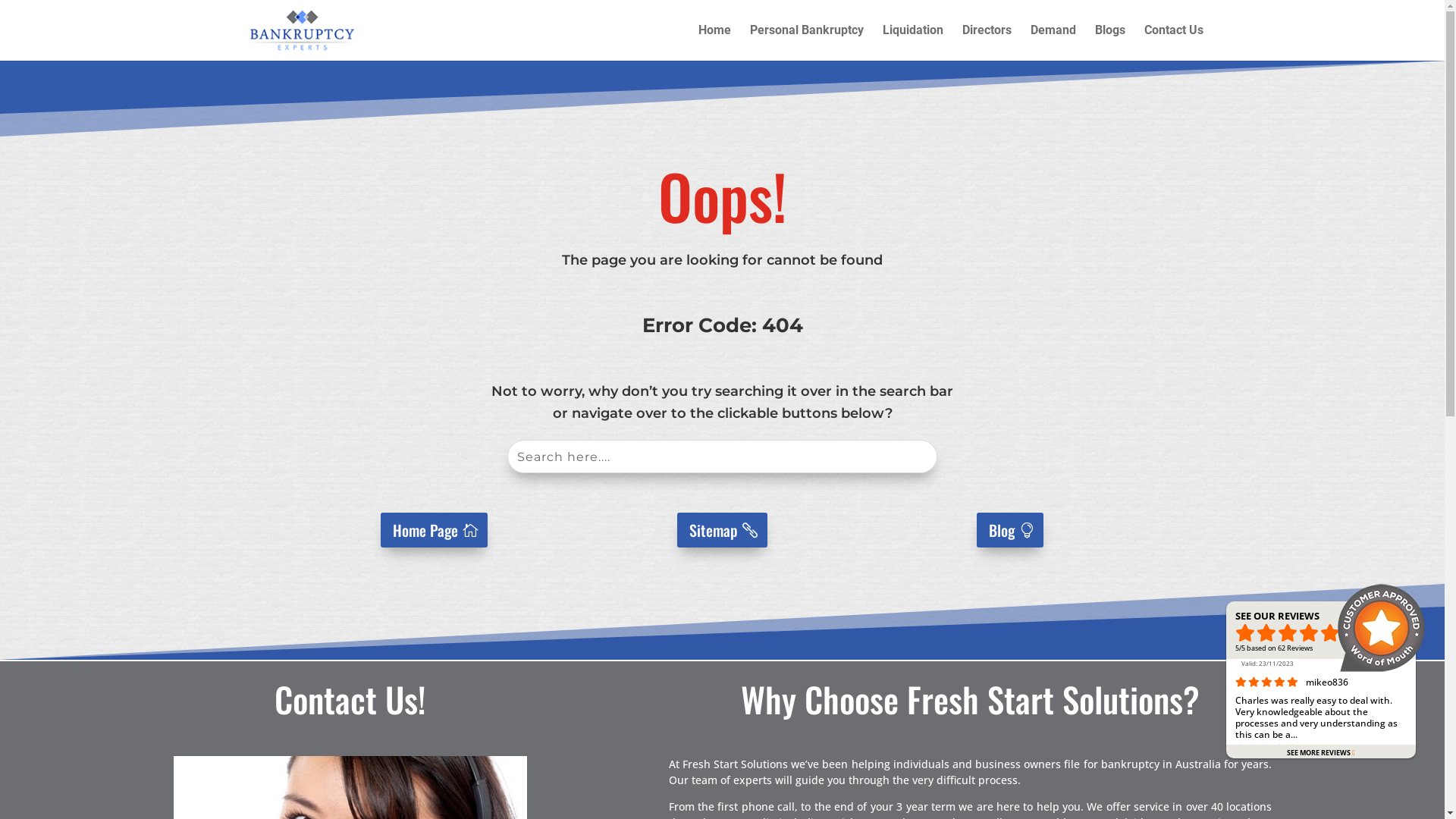  What do you see at coordinates (912, 42) in the screenshot?
I see `'Liquidation'` at bounding box center [912, 42].